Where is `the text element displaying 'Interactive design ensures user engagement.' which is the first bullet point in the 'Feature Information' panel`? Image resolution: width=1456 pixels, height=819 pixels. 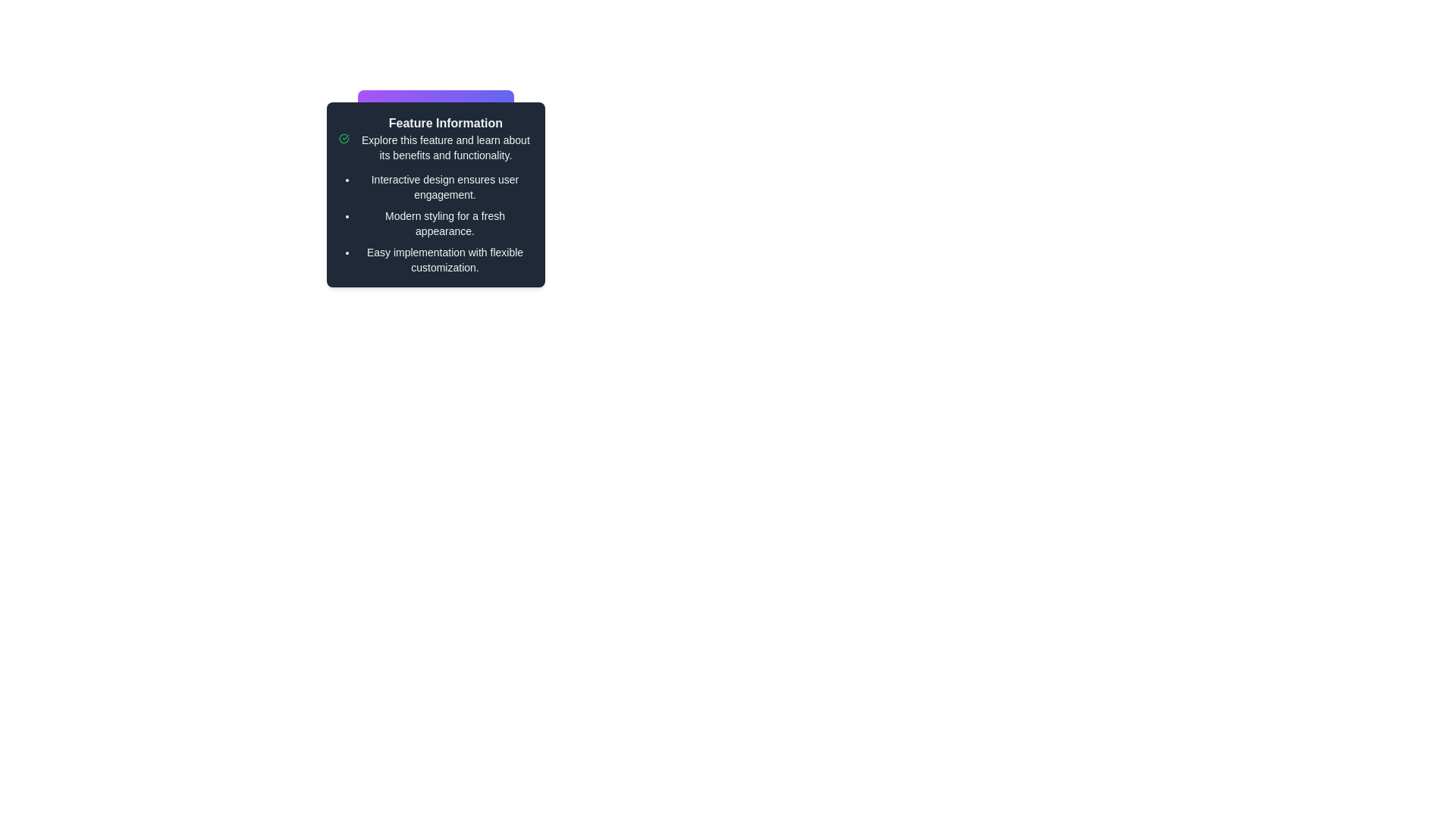 the text element displaying 'Interactive design ensures user engagement.' which is the first bullet point in the 'Feature Information' panel is located at coordinates (444, 186).